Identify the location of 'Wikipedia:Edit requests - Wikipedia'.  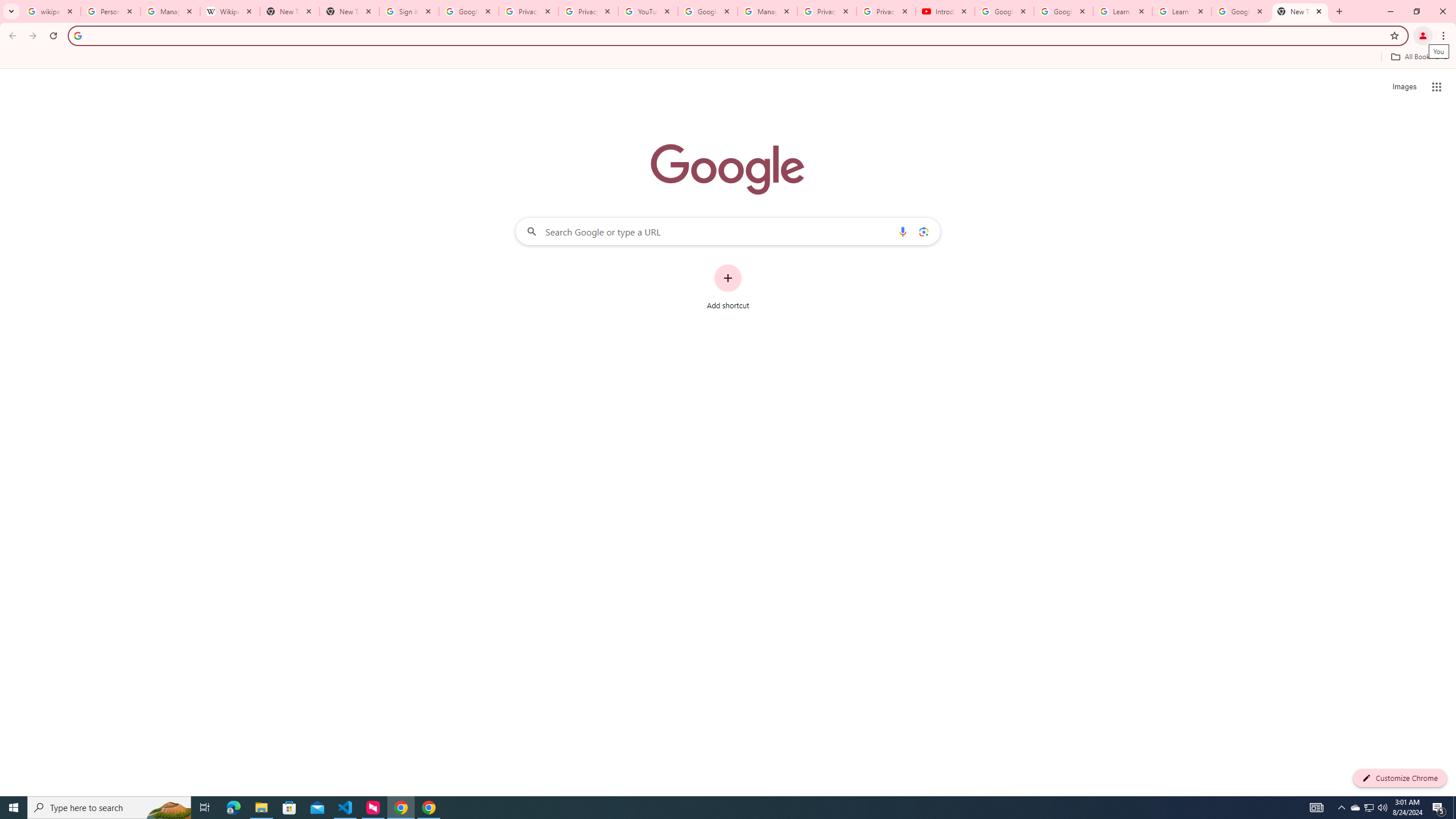
(229, 11).